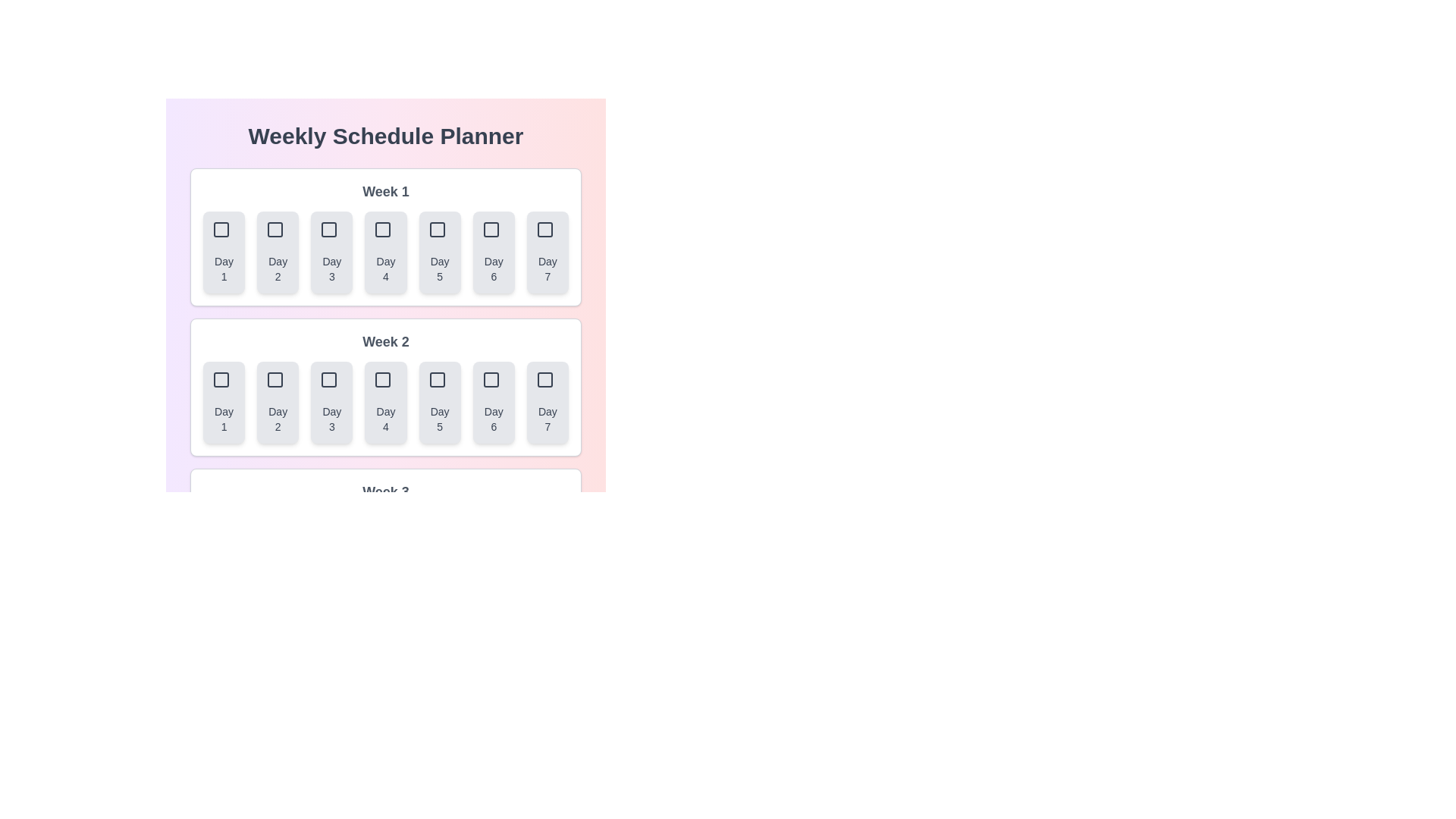 This screenshot has width=1456, height=819. I want to click on the button corresponding to Week 1 and Day 5 to select that day, so click(439, 251).